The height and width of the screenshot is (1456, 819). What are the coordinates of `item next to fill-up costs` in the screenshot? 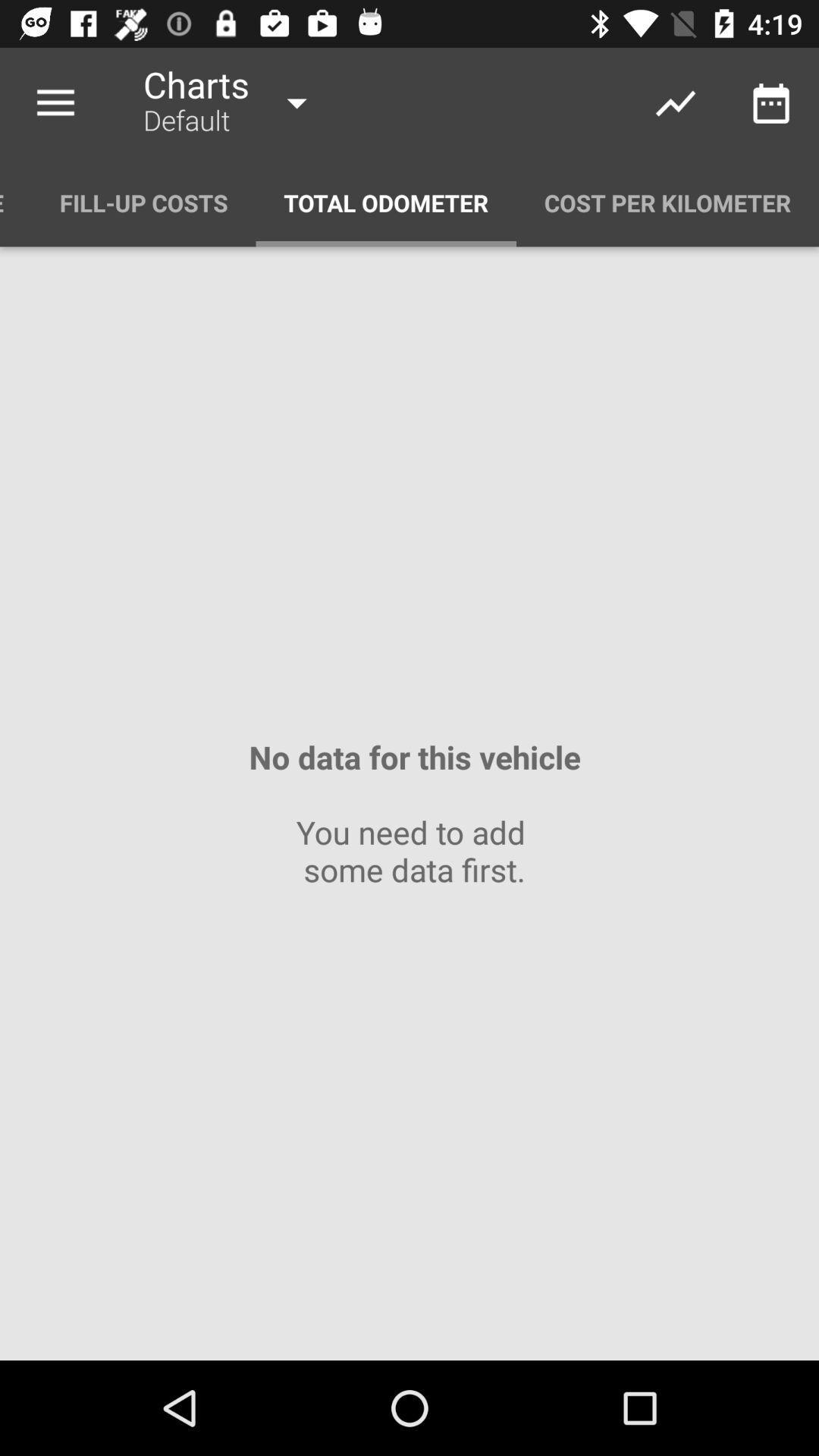 It's located at (15, 202).